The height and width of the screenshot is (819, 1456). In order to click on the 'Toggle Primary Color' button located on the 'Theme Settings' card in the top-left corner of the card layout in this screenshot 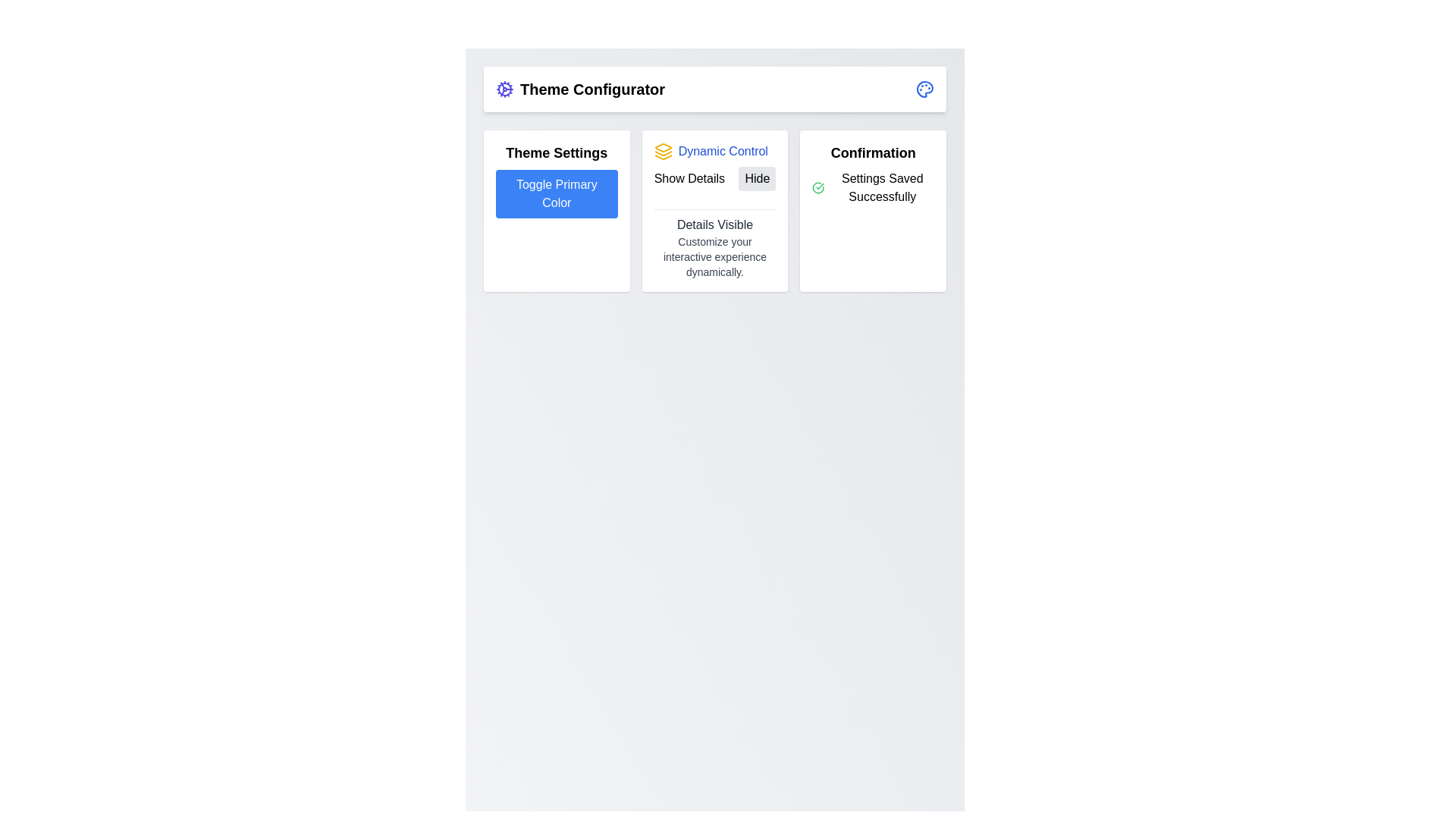, I will do `click(556, 211)`.